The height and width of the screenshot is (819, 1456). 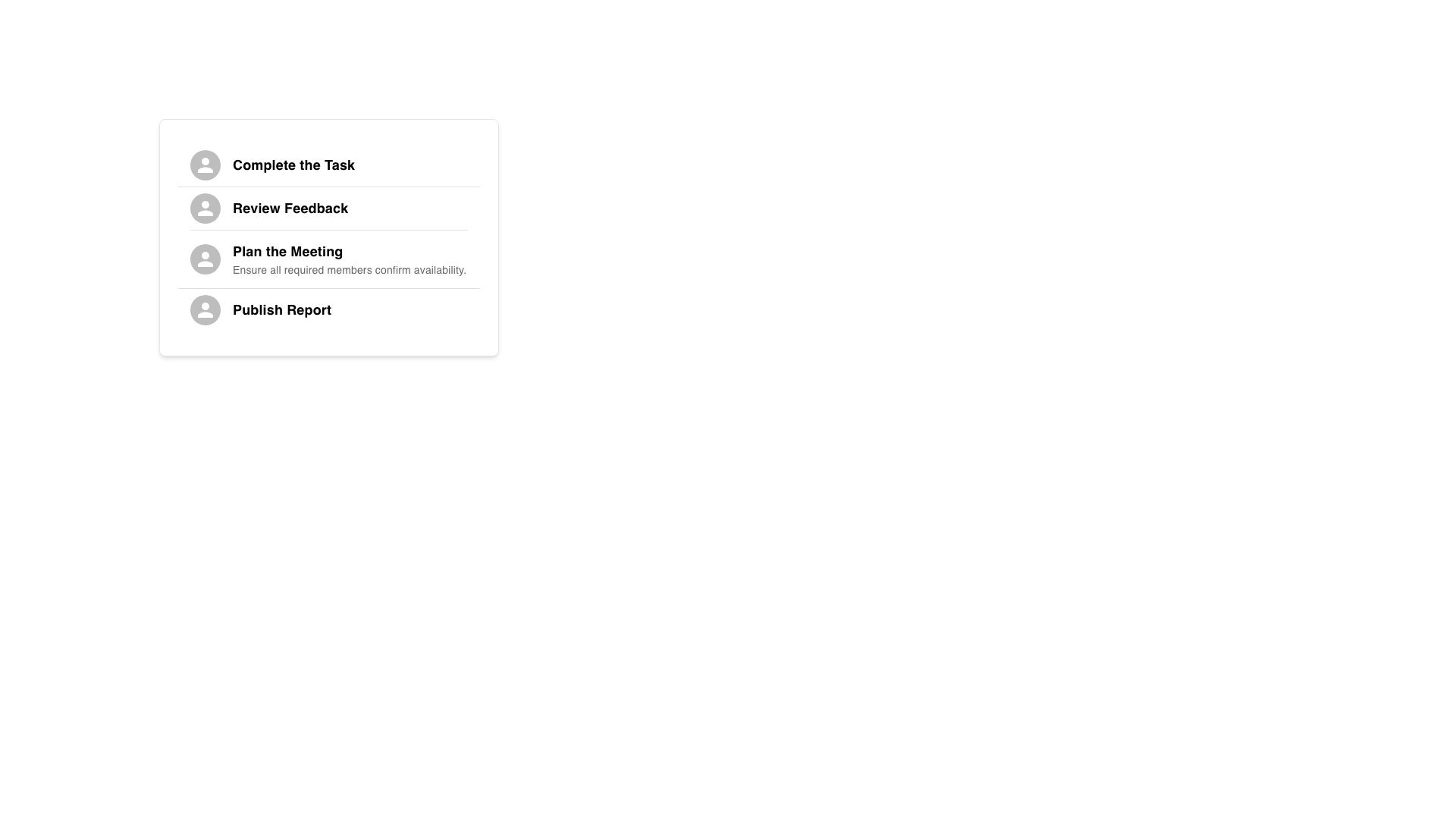 I want to click on the Svg Icon embedded within the avatar next to the 'Review Feedback' menu item to interact with it, so click(x=204, y=208).